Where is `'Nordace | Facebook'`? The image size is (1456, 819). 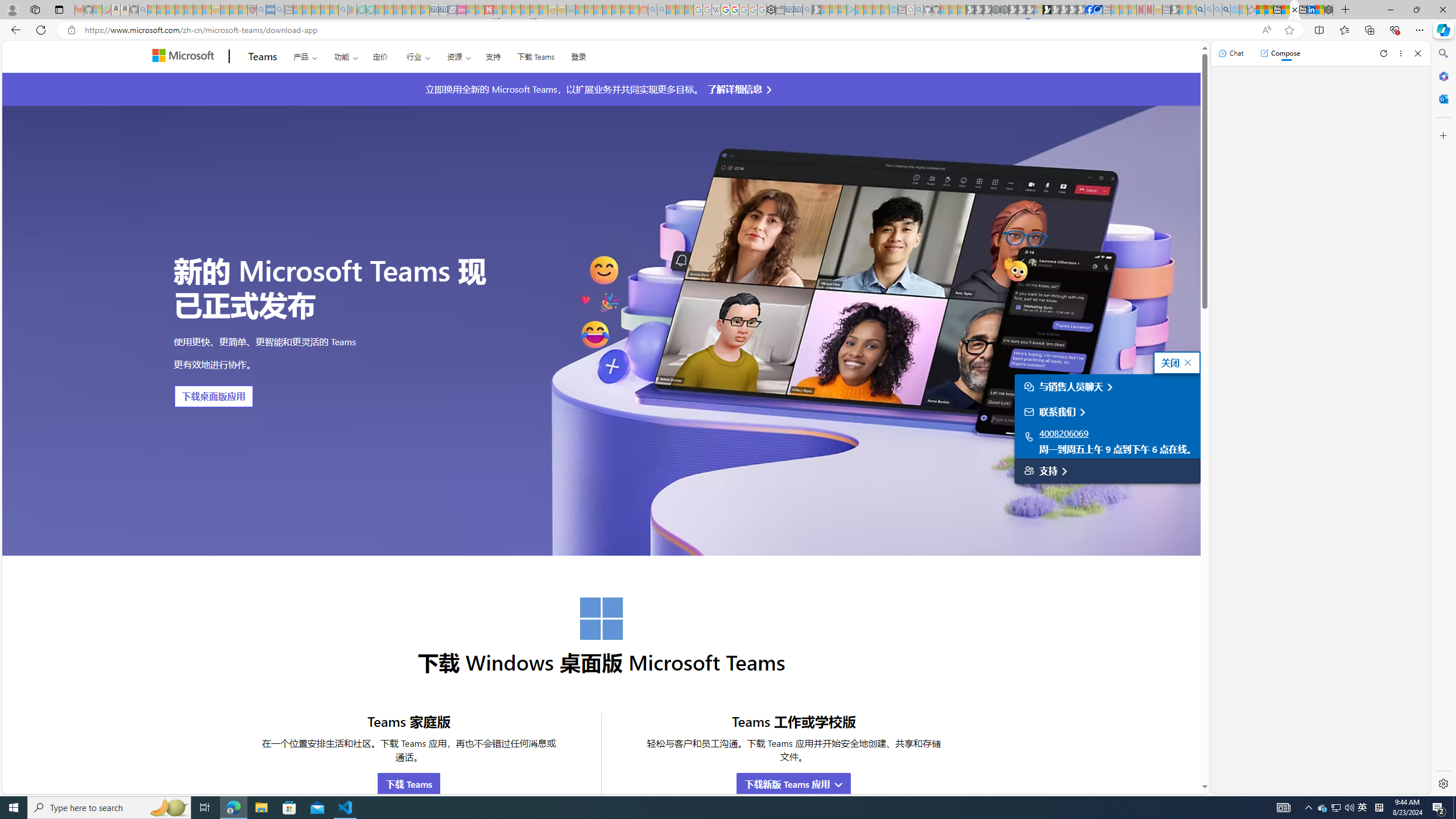
'Nordace | Facebook' is located at coordinates (1089, 9).